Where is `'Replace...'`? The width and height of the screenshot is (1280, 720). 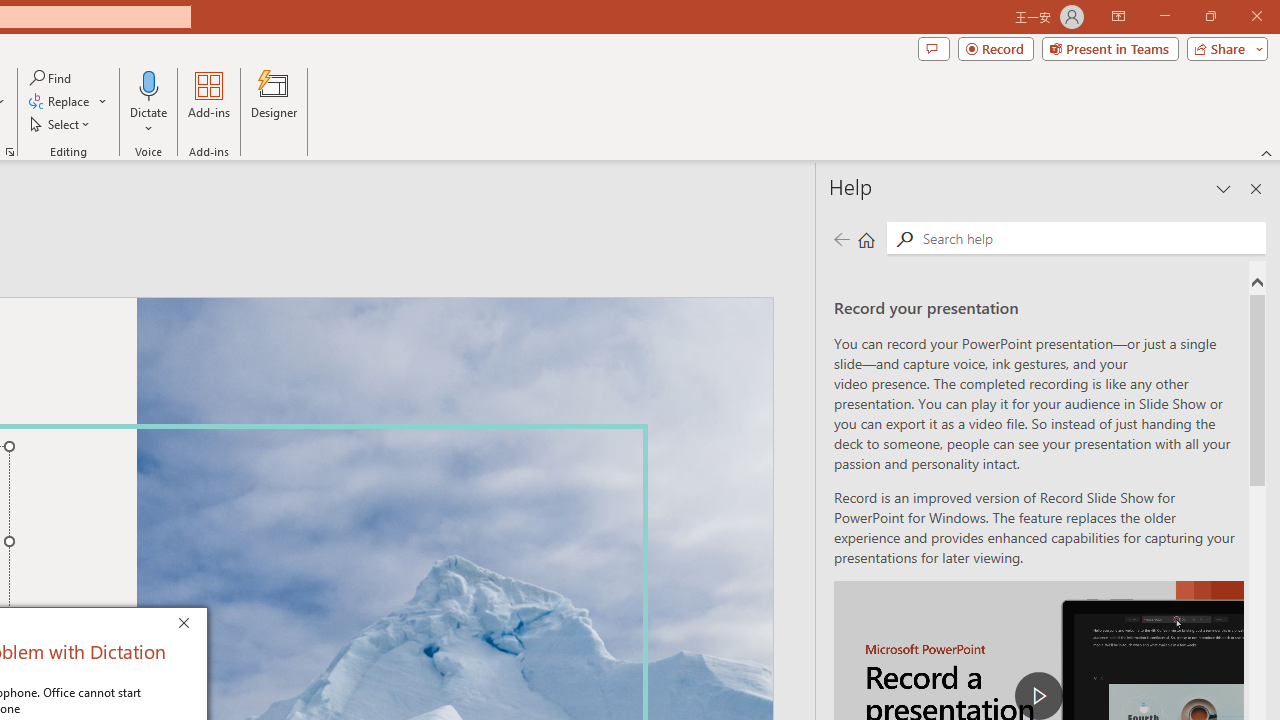
'Replace...' is located at coordinates (60, 101).